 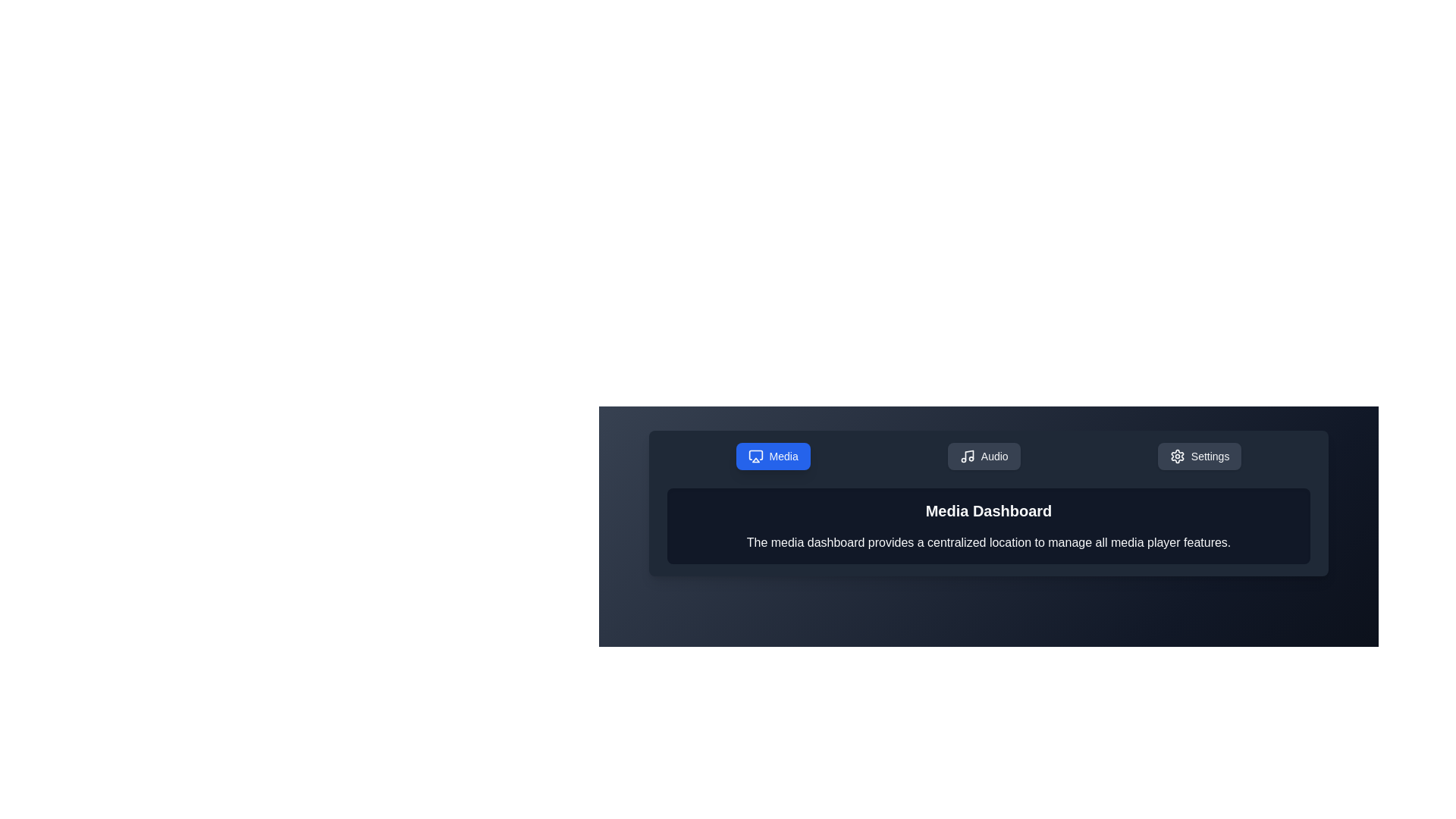 I want to click on the gear-shaped icon representing the settings feature located at the center of the 'Settings' button on the upper-right side of the media dashboard interface, so click(x=1176, y=455).